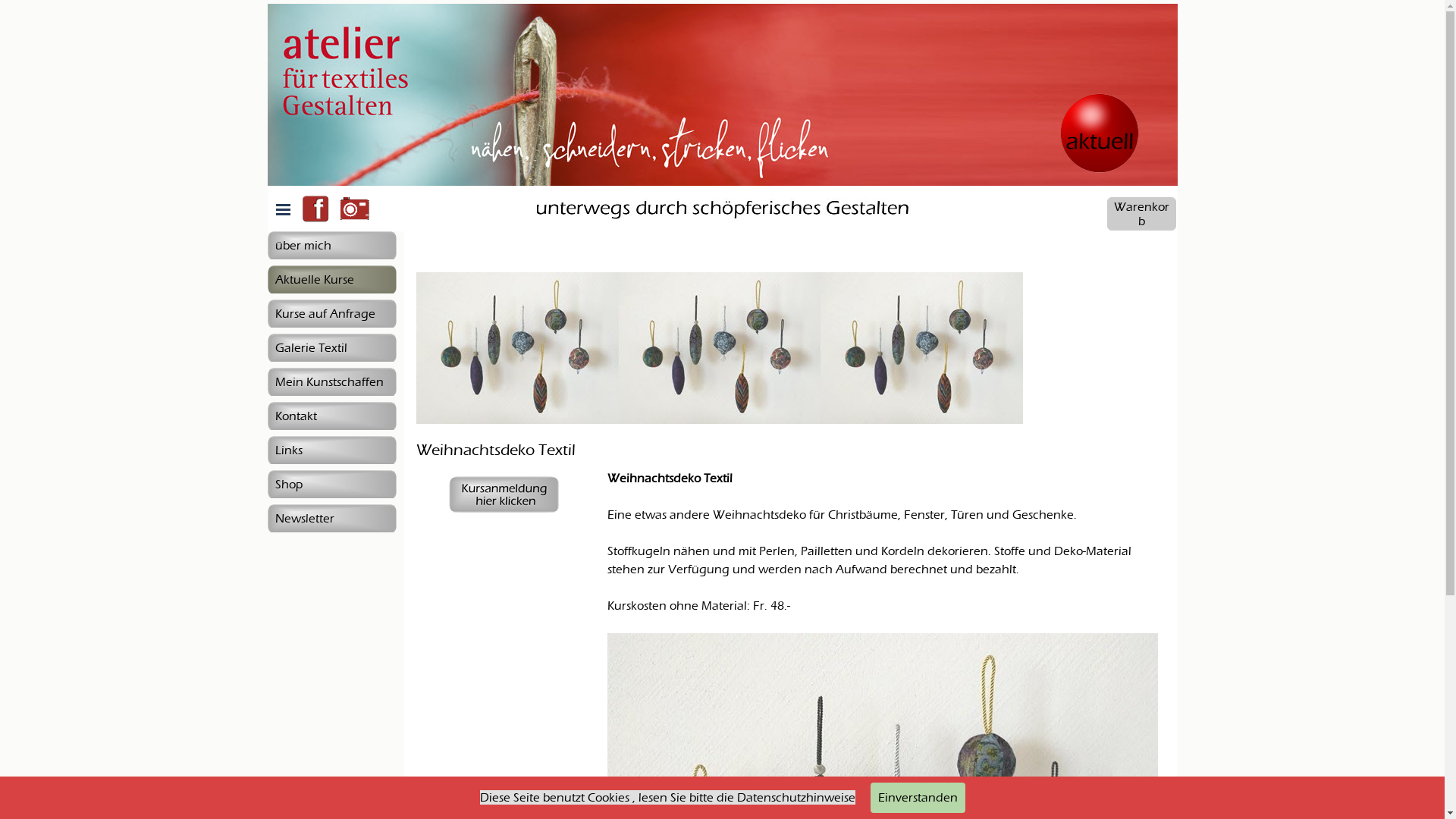 This screenshot has width=1456, height=819. Describe the element at coordinates (330, 449) in the screenshot. I see `'Links'` at that location.